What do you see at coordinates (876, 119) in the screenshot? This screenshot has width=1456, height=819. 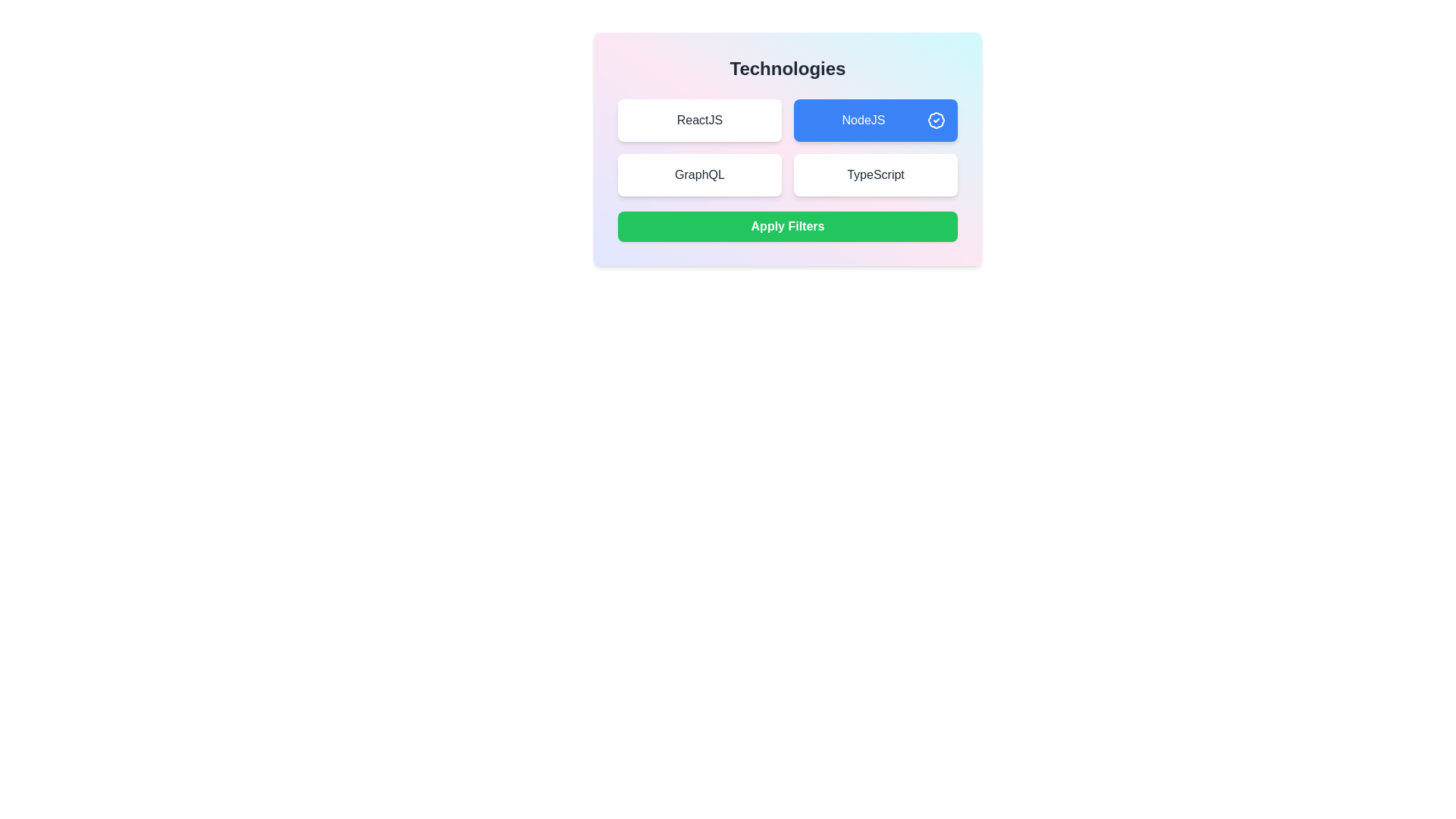 I see `the chip with label NodeJS` at bounding box center [876, 119].